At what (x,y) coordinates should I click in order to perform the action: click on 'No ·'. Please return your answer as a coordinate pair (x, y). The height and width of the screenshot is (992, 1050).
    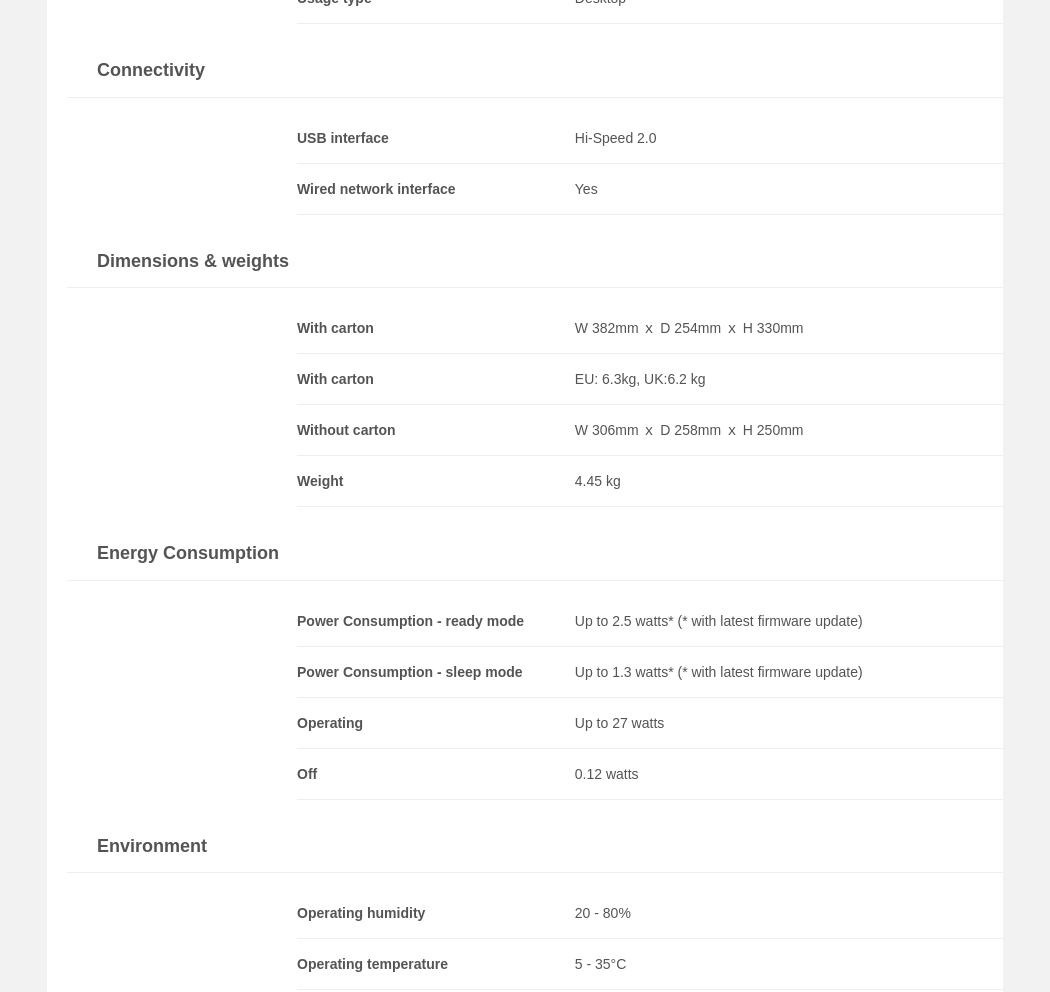
    Looking at the image, I should click on (477, 456).